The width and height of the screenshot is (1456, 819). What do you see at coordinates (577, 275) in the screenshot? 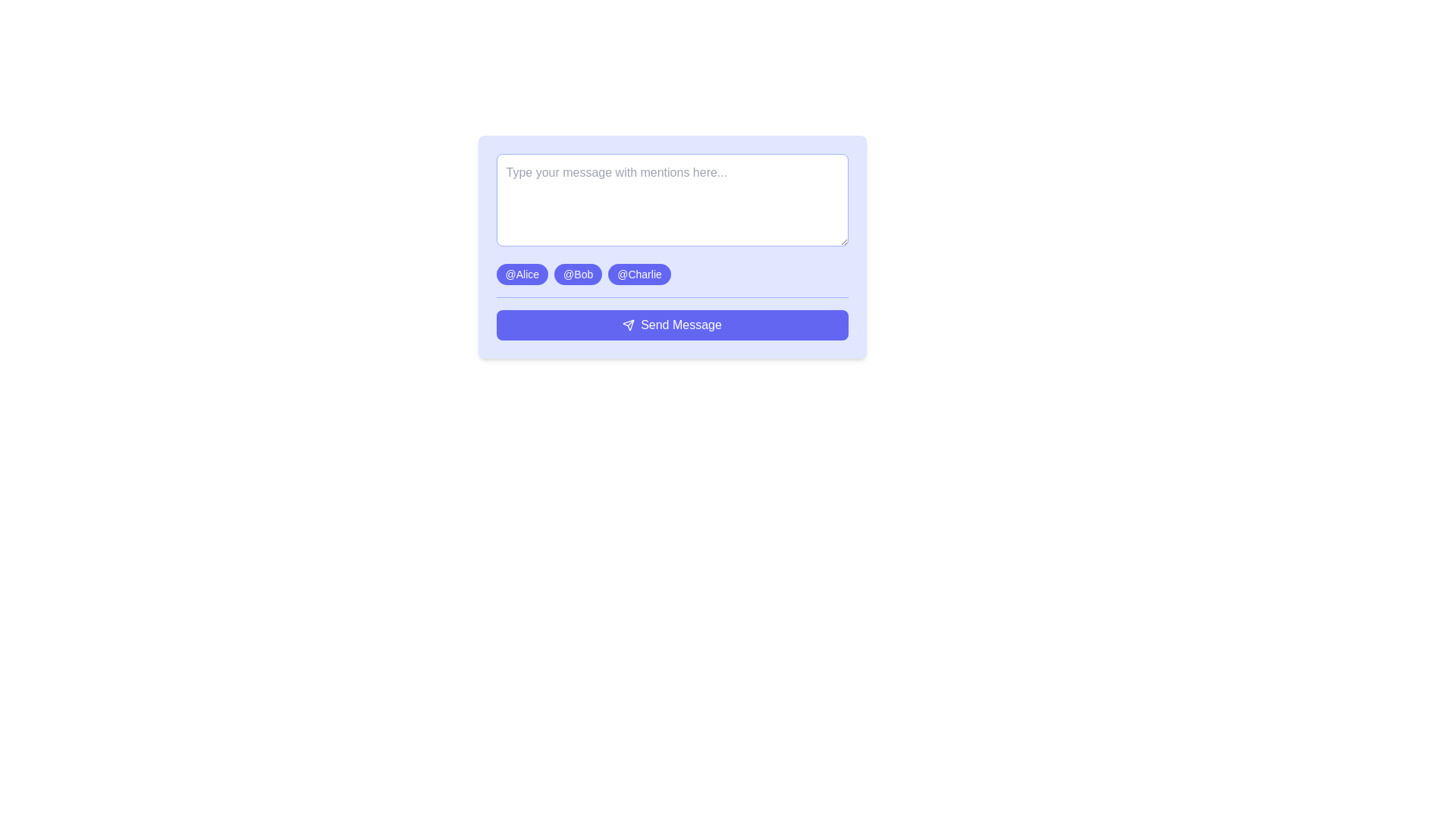
I see `the clickable badge label for 'Bob'` at bounding box center [577, 275].